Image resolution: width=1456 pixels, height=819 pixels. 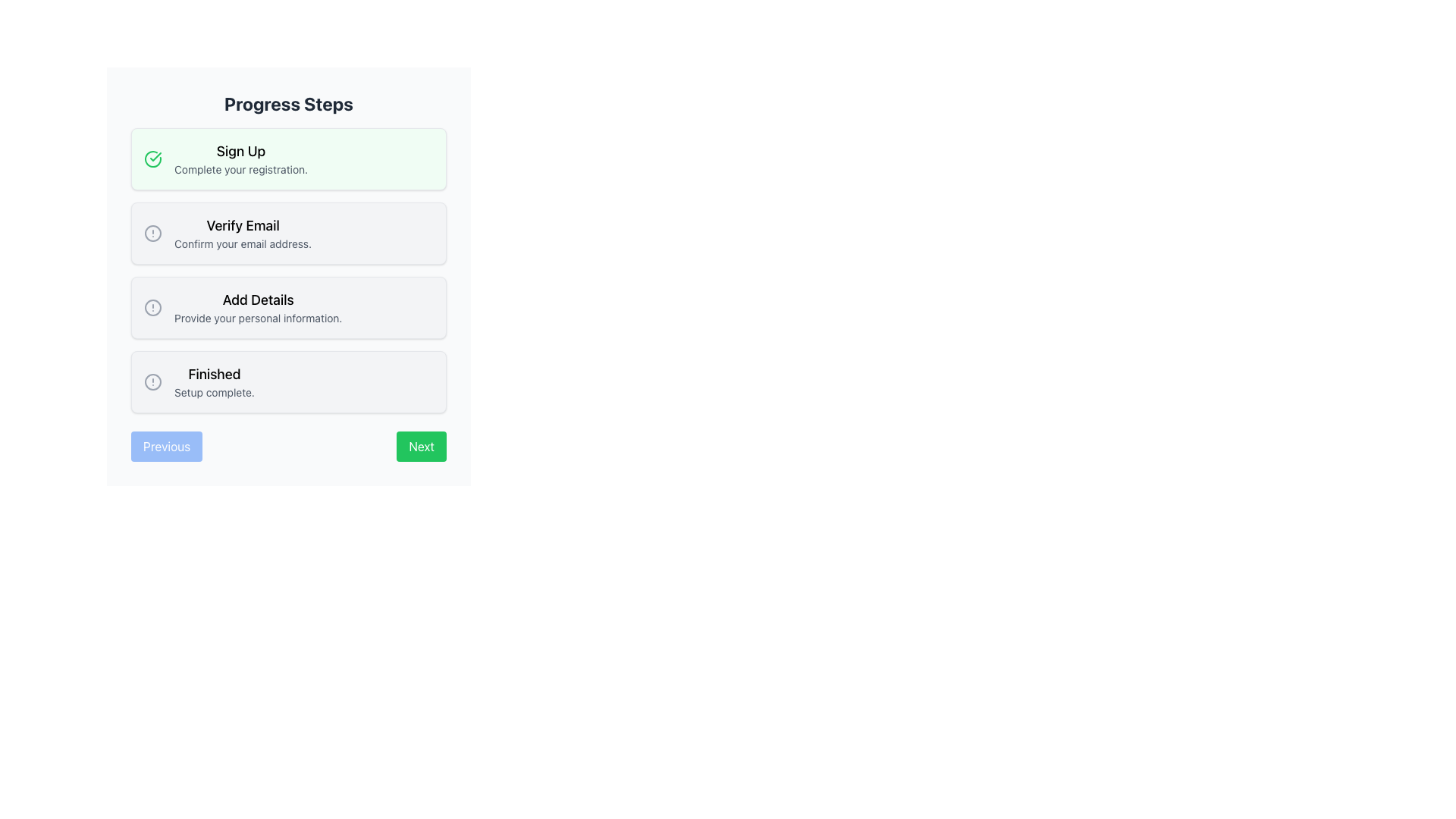 I want to click on the text label displaying 'Setup complete.' located under the title 'Finished' in the 'Progress Steps' interface, so click(x=214, y=391).